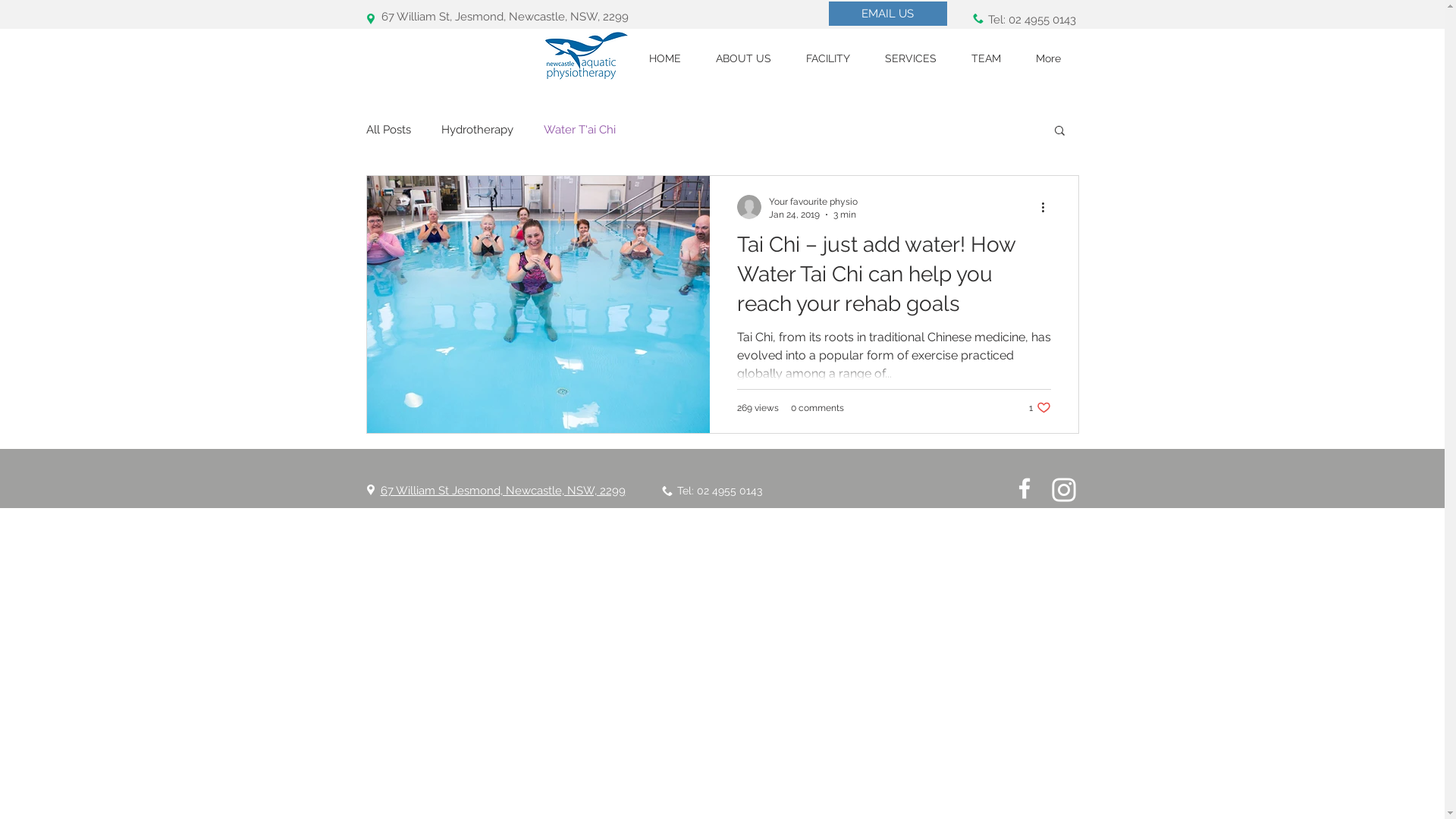  Describe the element at coordinates (986, 58) in the screenshot. I see `'TEAM'` at that location.